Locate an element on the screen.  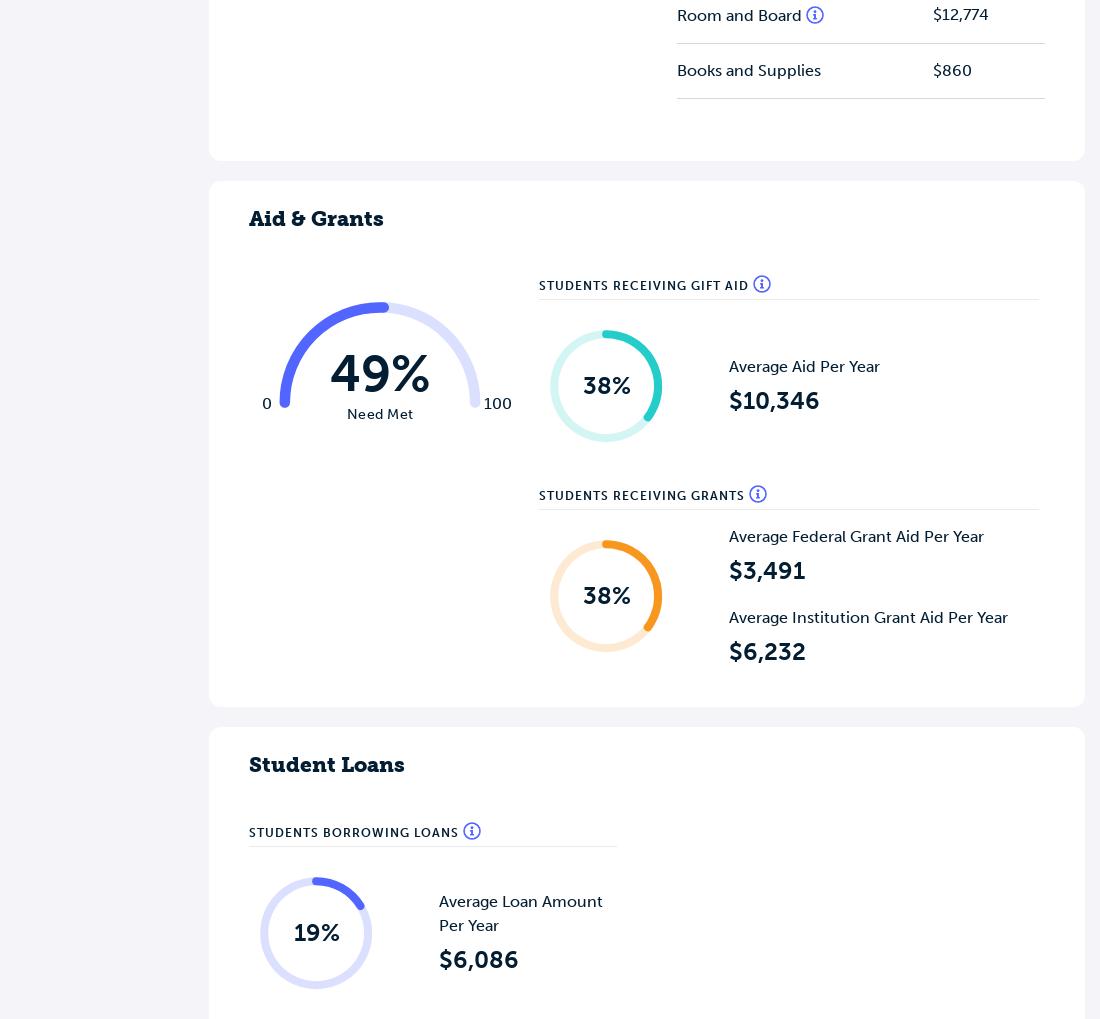
'Room and Board' is located at coordinates (740, 13).